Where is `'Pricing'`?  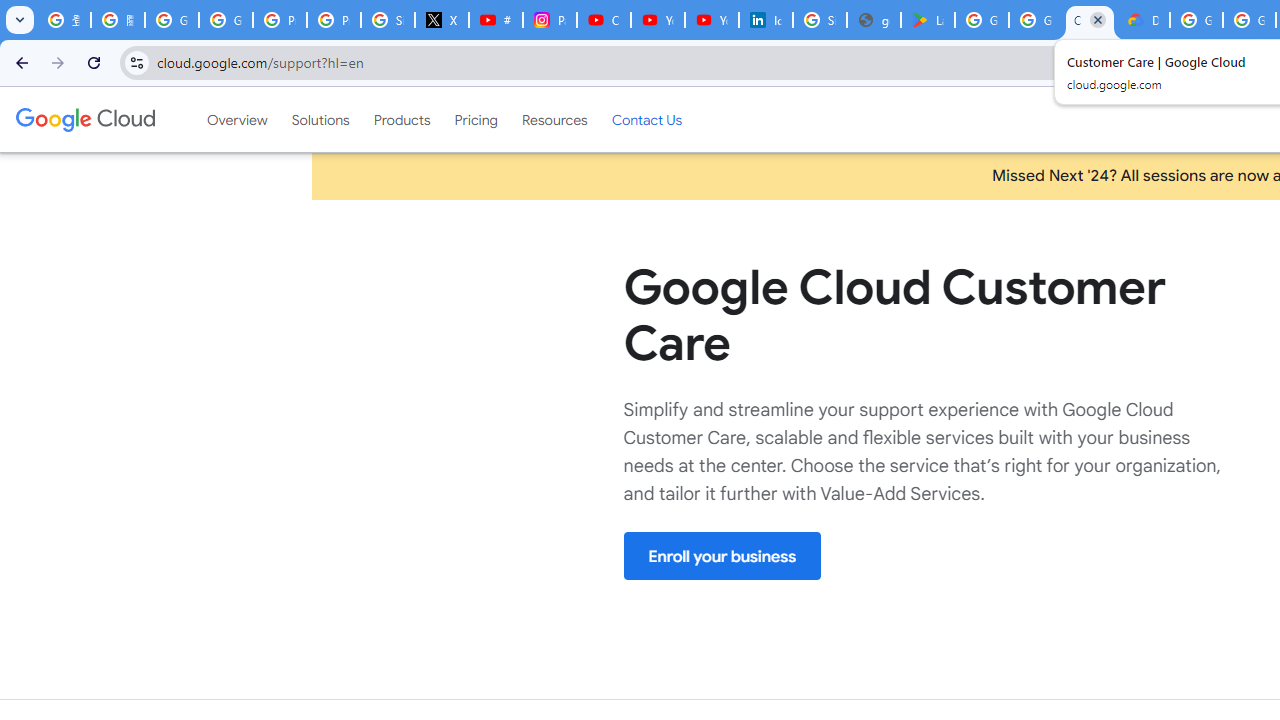 'Pricing' is located at coordinates (475, 119).